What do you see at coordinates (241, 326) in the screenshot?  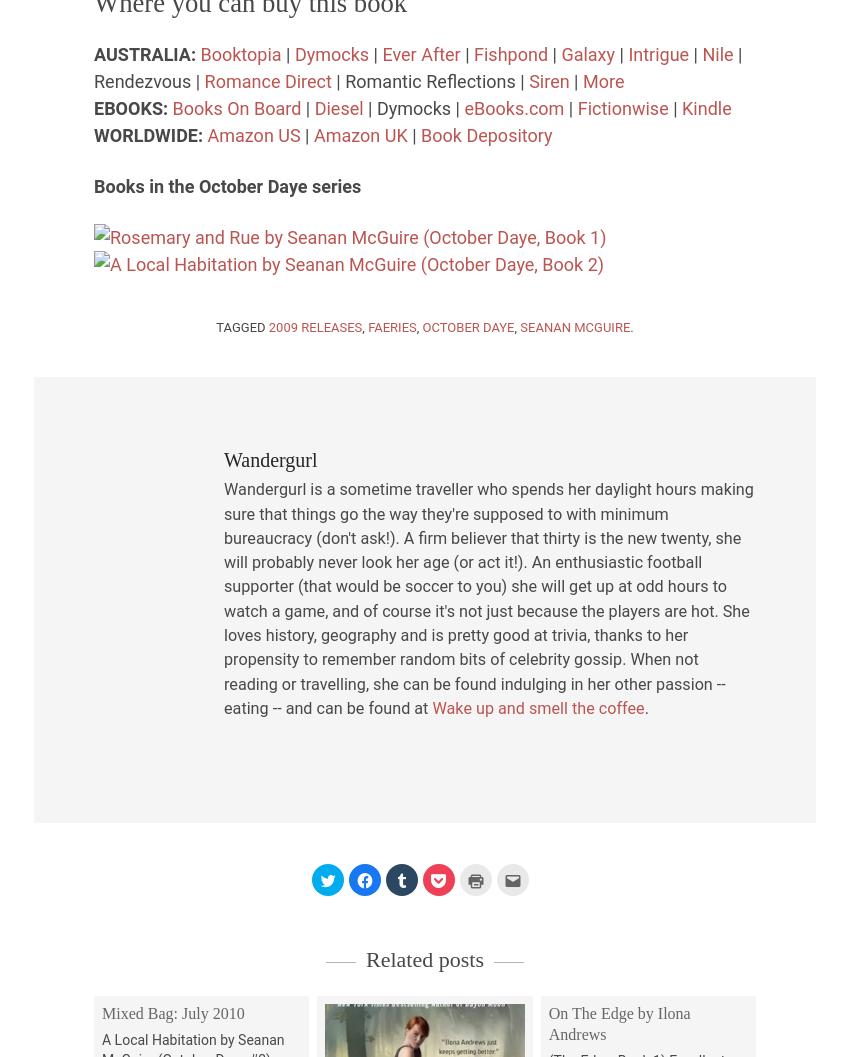 I see `'Tagged'` at bounding box center [241, 326].